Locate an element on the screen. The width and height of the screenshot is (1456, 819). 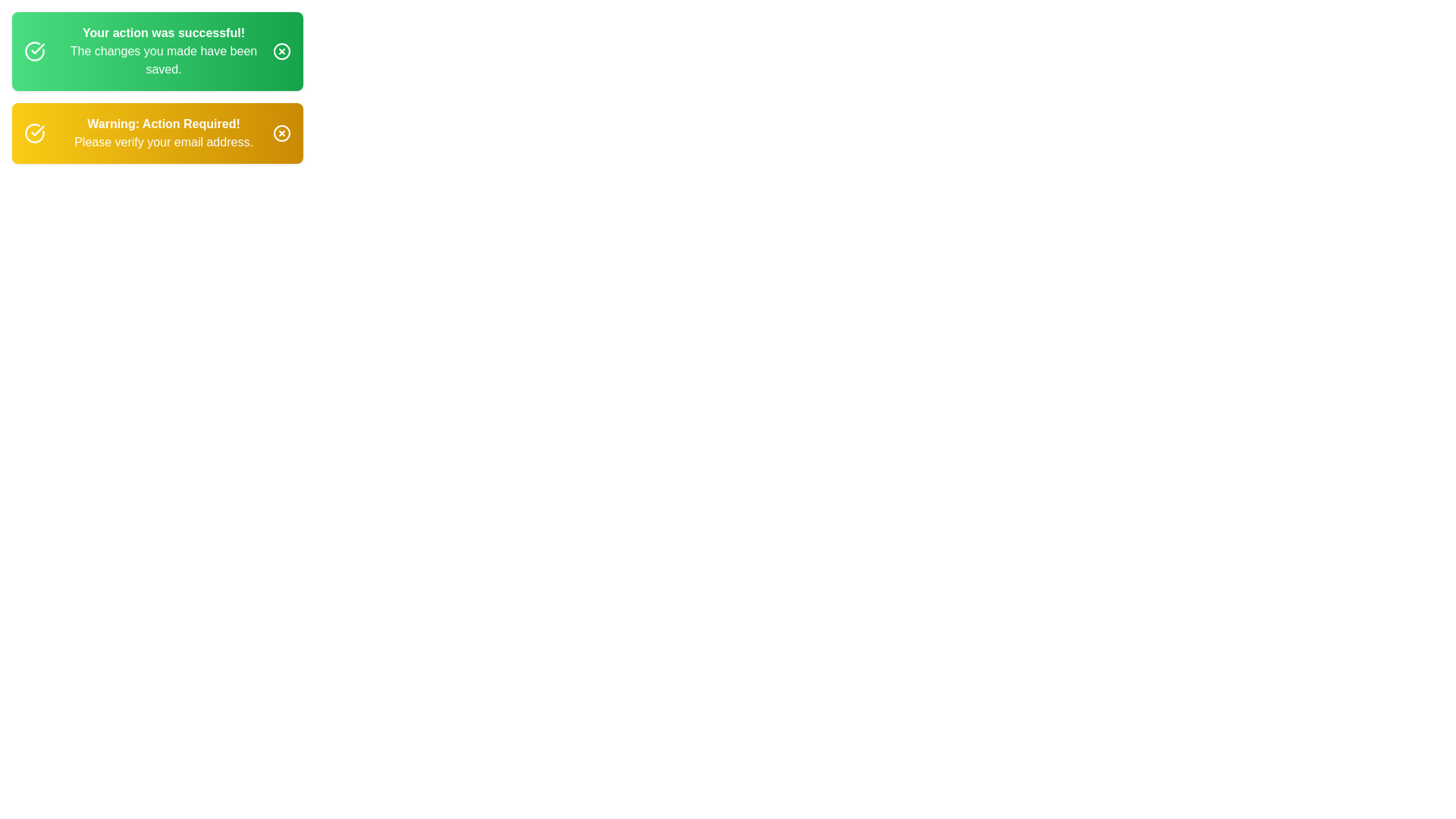
the close button to observe any hover effects is located at coordinates (282, 51).